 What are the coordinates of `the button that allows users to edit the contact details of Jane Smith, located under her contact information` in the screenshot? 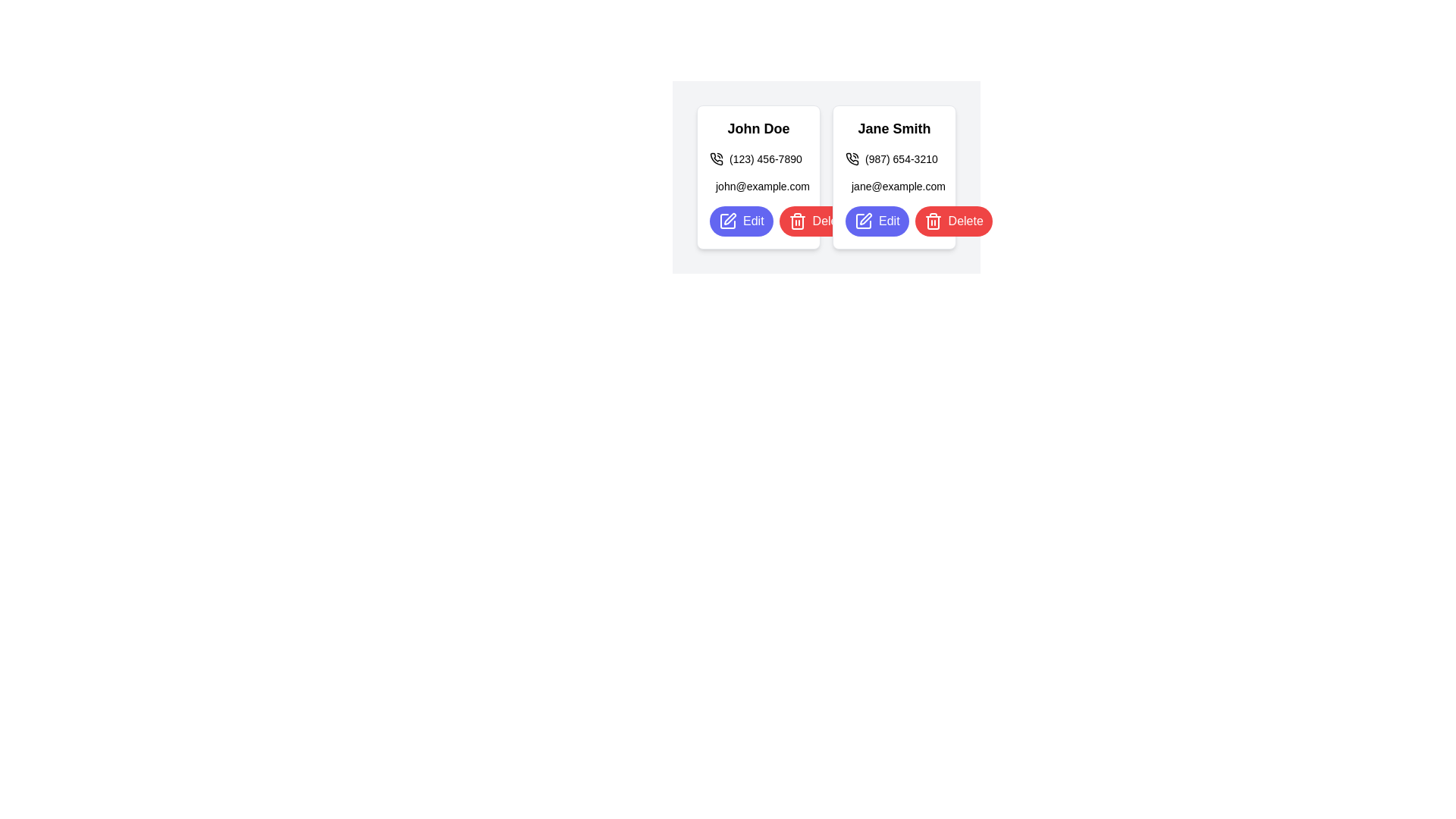 It's located at (877, 221).